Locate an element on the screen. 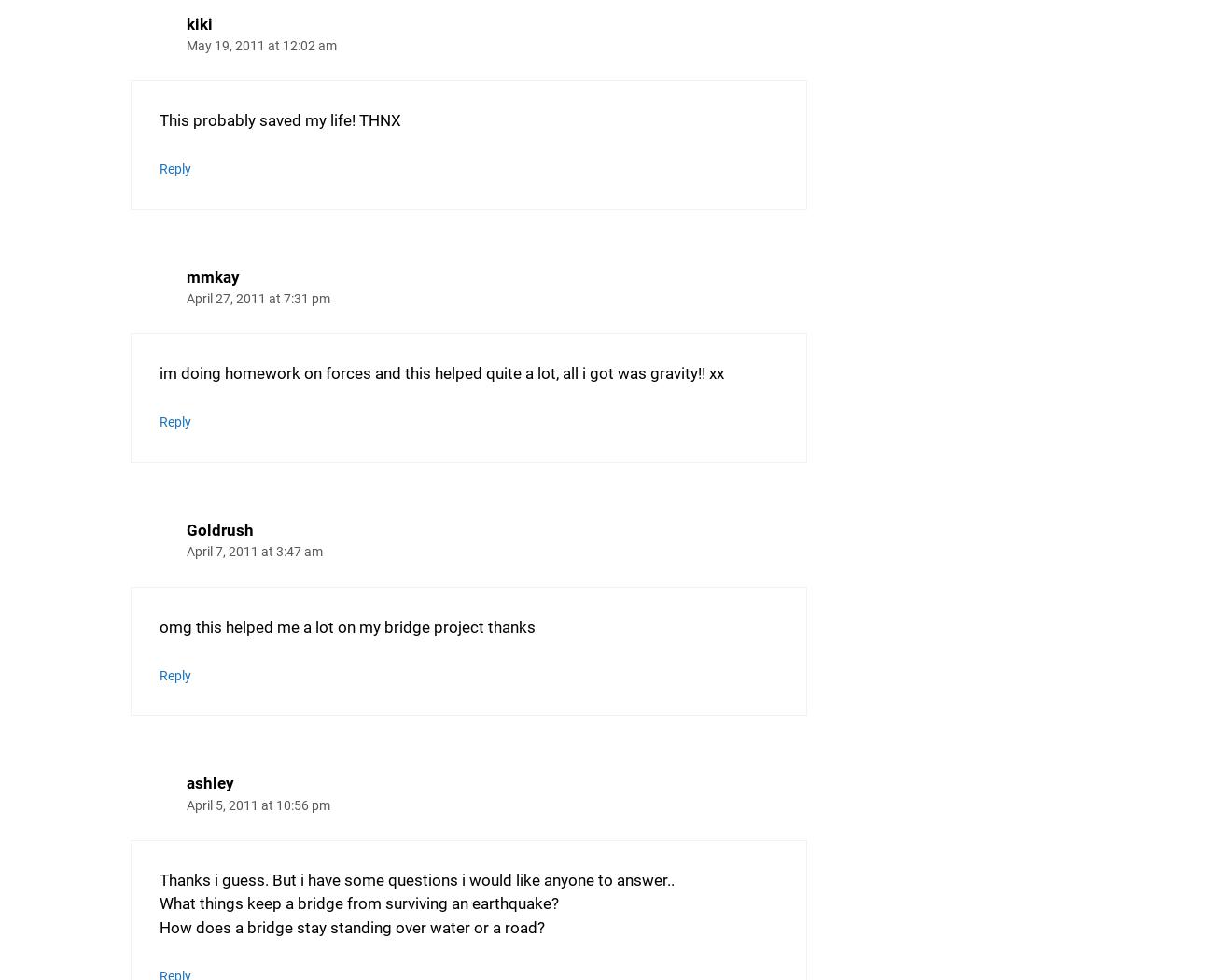 The width and height of the screenshot is (1213, 980). 'April 7, 2011 at 3:47 am' is located at coordinates (255, 551).